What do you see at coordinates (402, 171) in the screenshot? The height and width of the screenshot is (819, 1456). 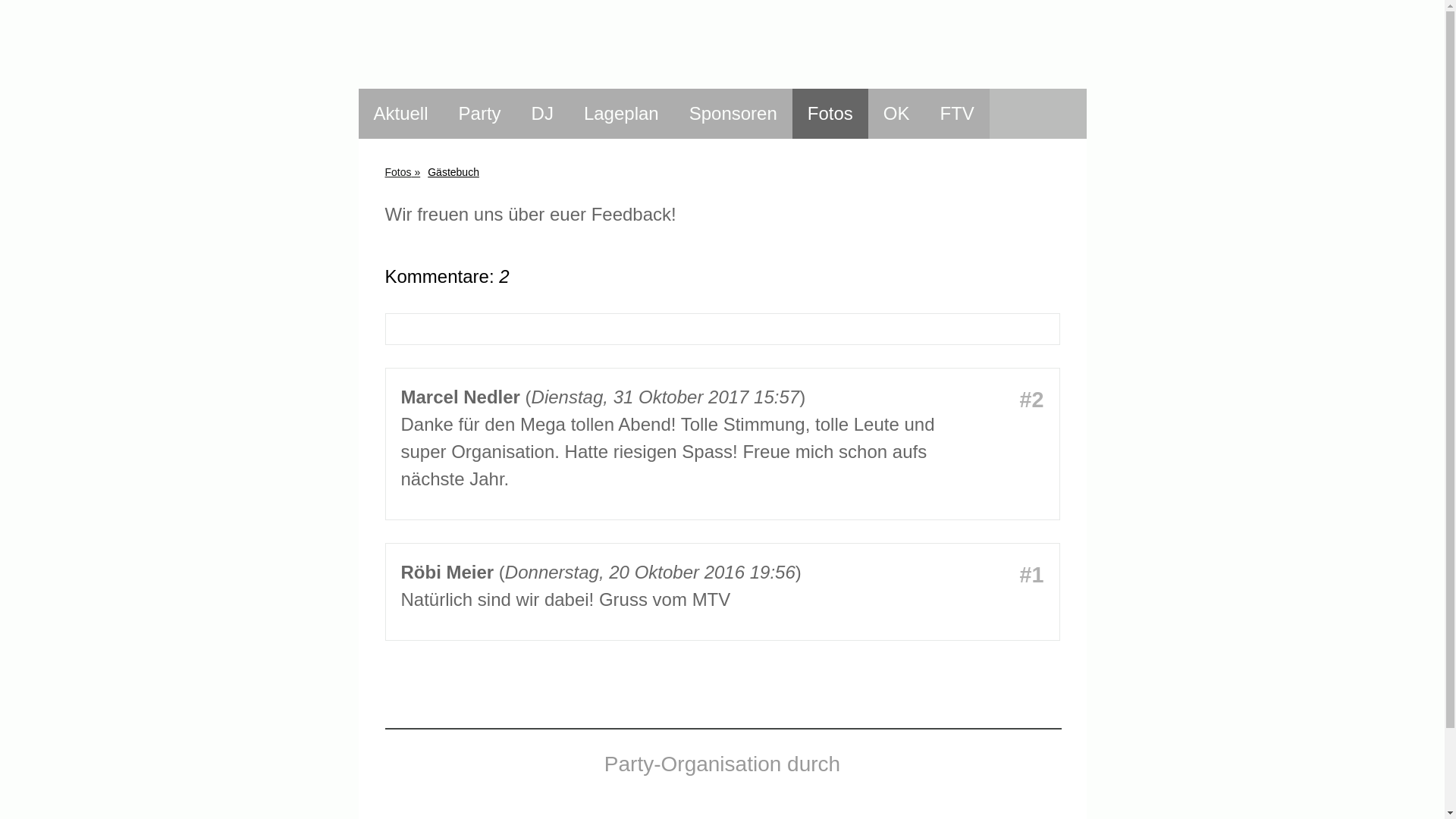 I see `'Fotos'` at bounding box center [402, 171].